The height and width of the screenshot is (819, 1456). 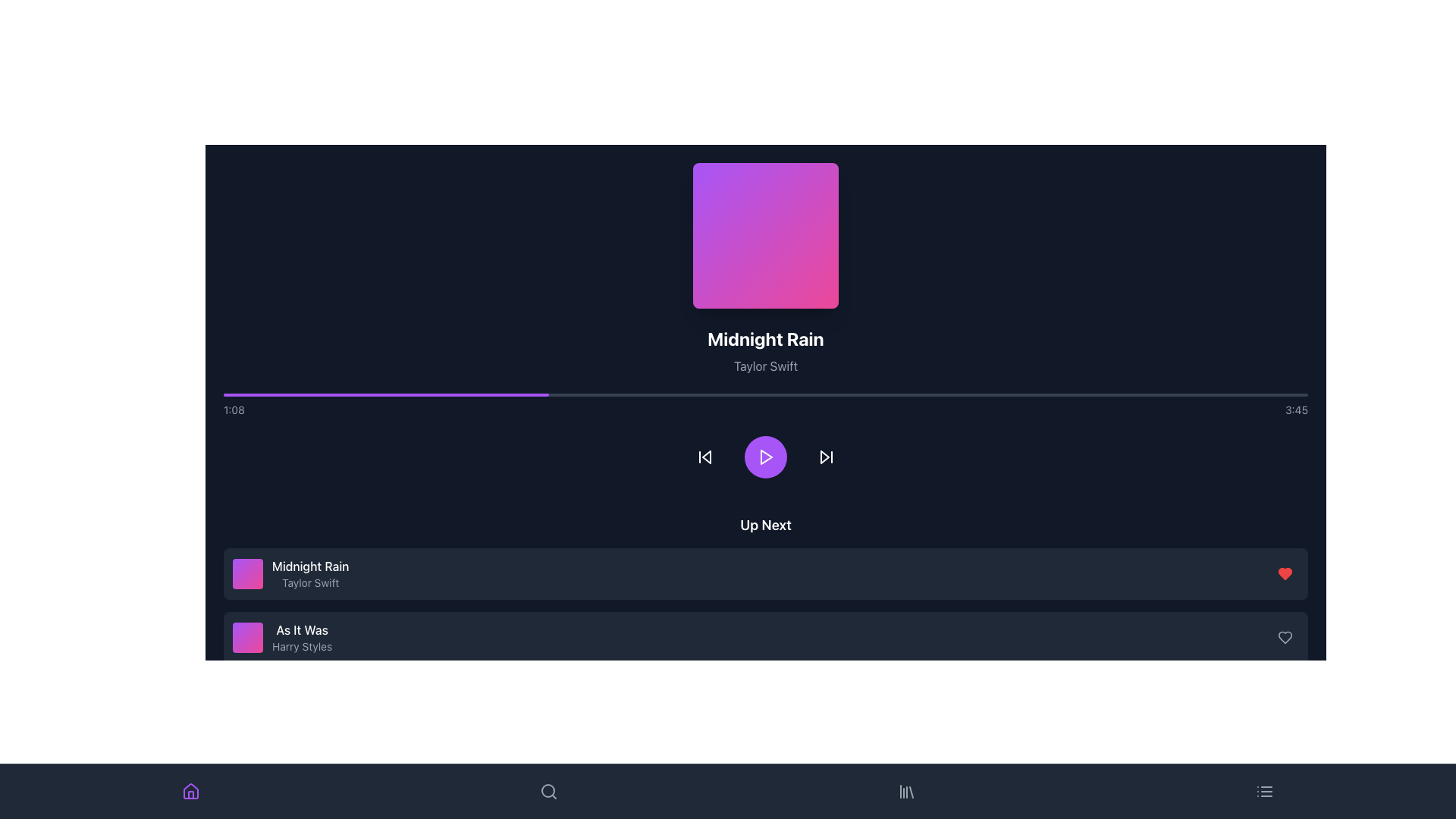 What do you see at coordinates (689, 394) in the screenshot?
I see `the progress` at bounding box center [689, 394].